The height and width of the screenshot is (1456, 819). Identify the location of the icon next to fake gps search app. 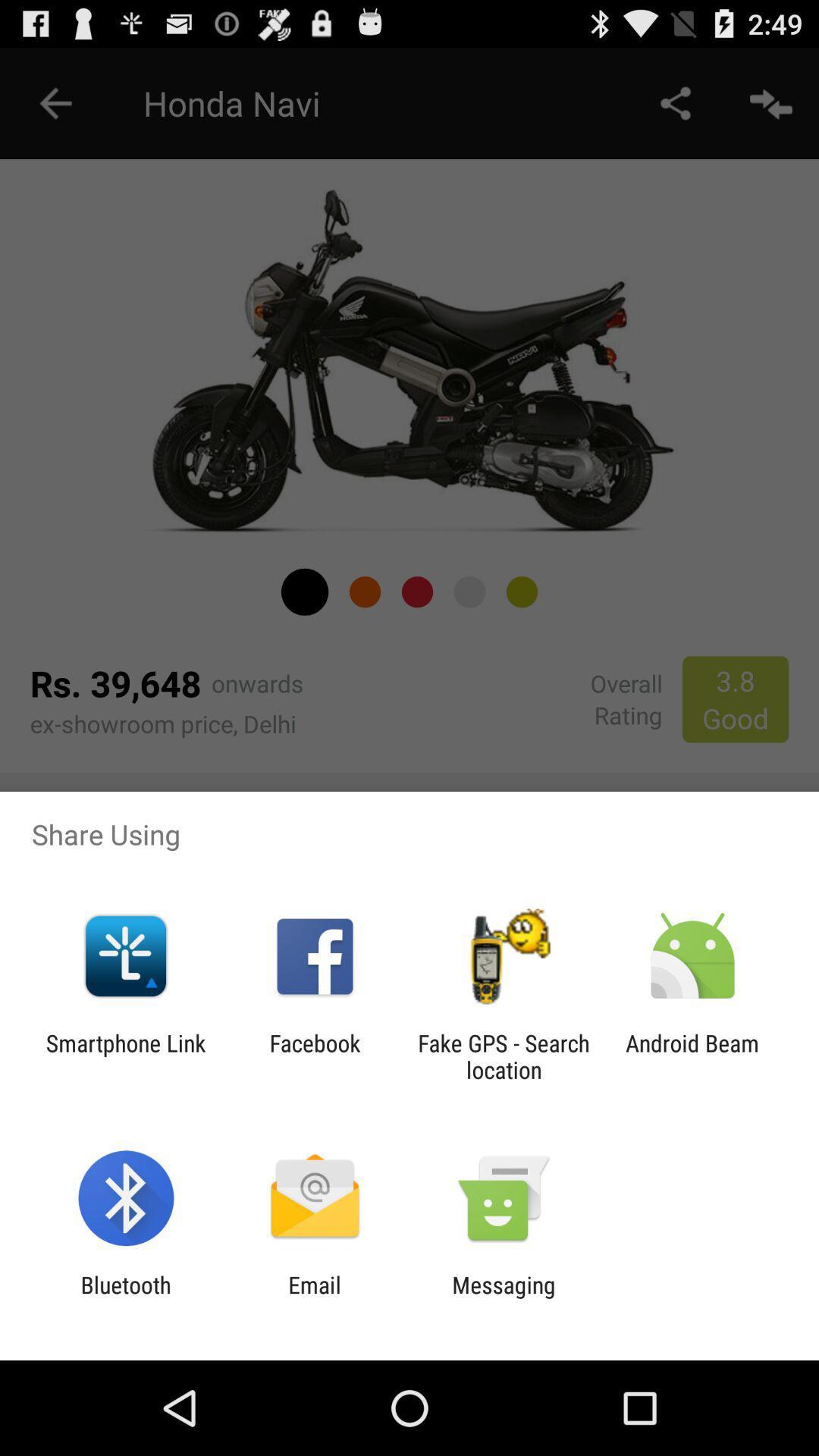
(692, 1056).